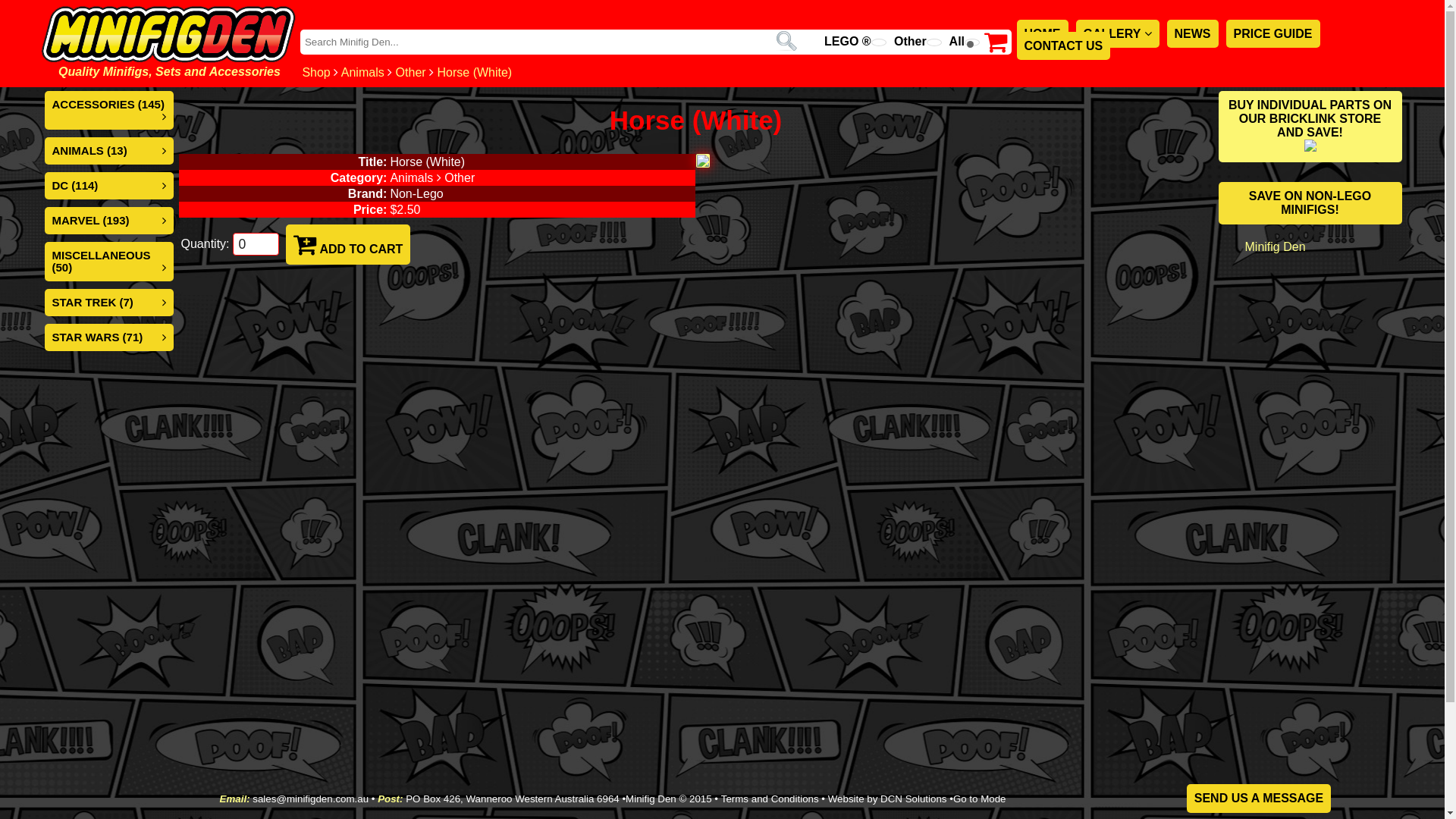  Describe the element at coordinates (1273, 33) in the screenshot. I see `'PRICE GUIDE'` at that location.